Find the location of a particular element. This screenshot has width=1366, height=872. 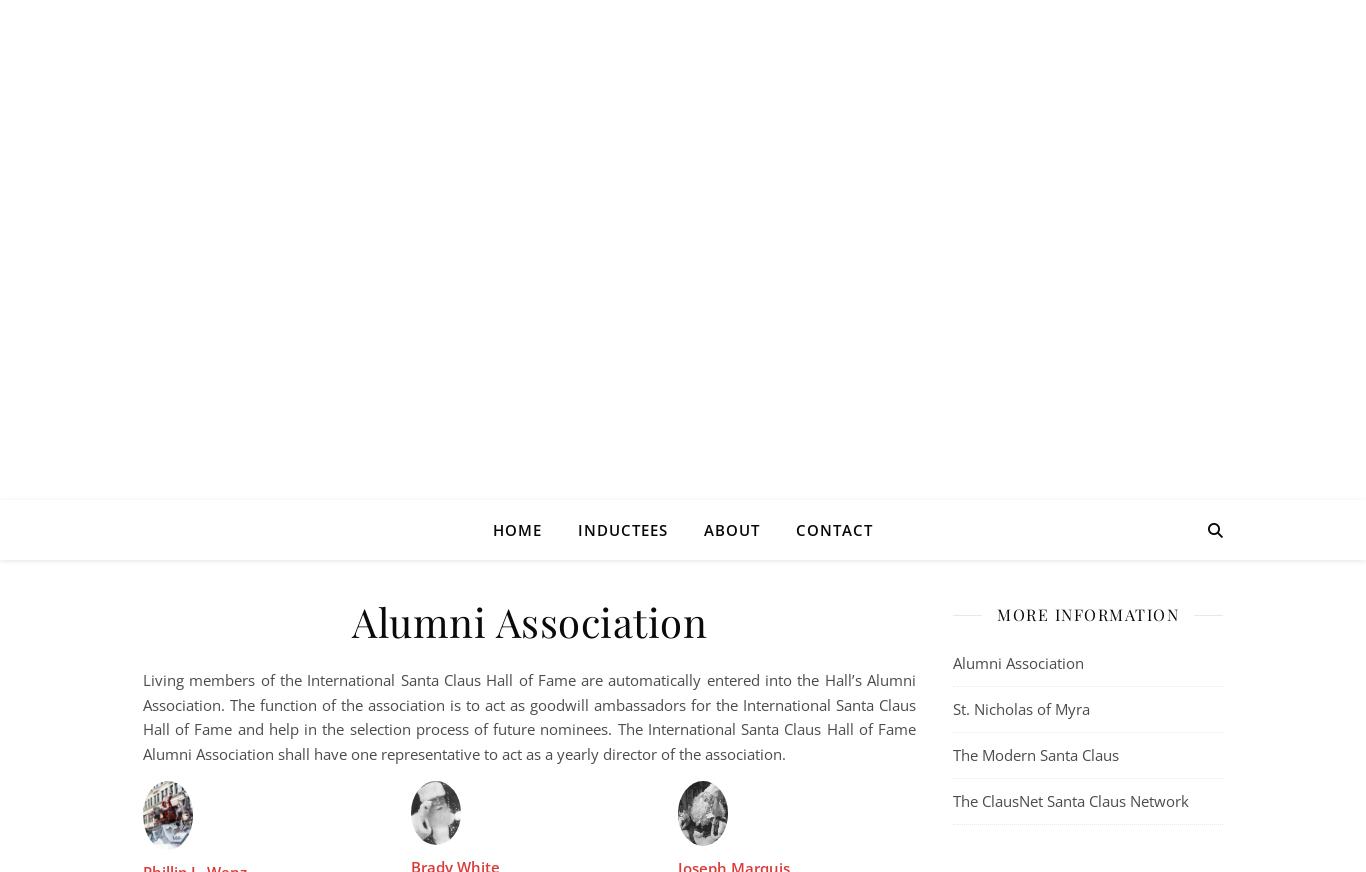

'More Information' is located at coordinates (1087, 614).